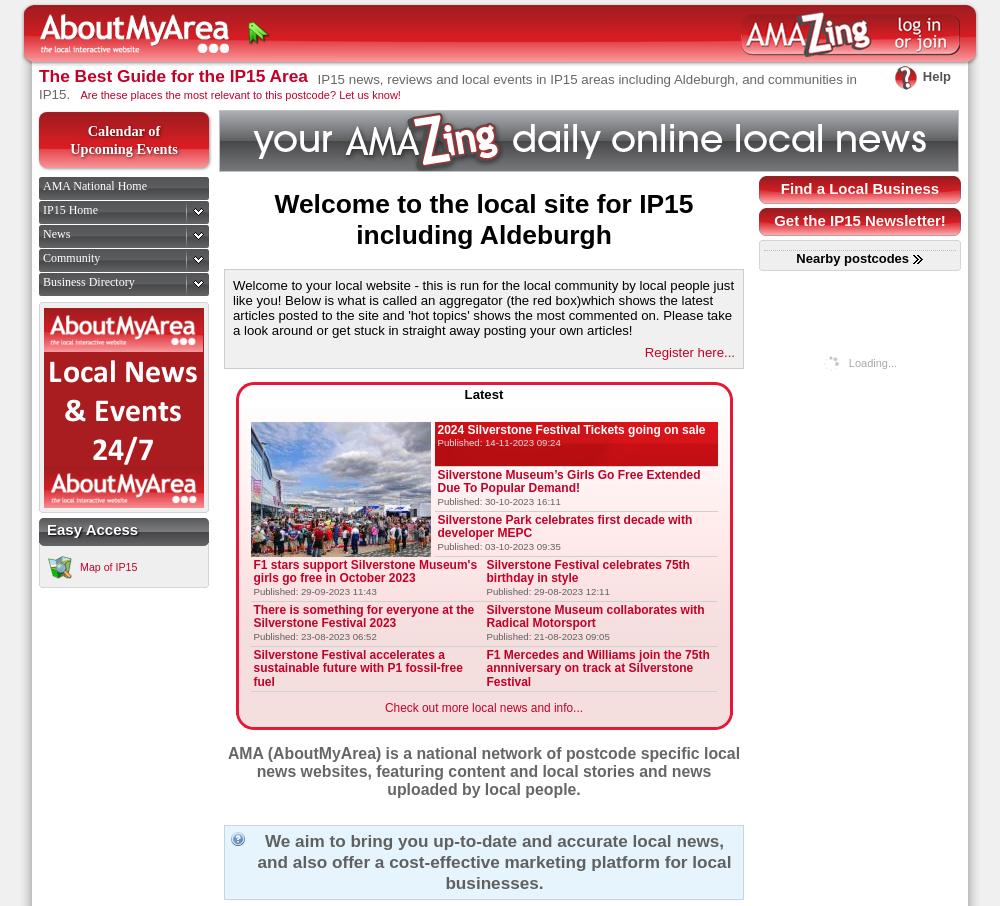  What do you see at coordinates (497, 544) in the screenshot?
I see `'Published: 03-10-2023 09:35'` at bounding box center [497, 544].